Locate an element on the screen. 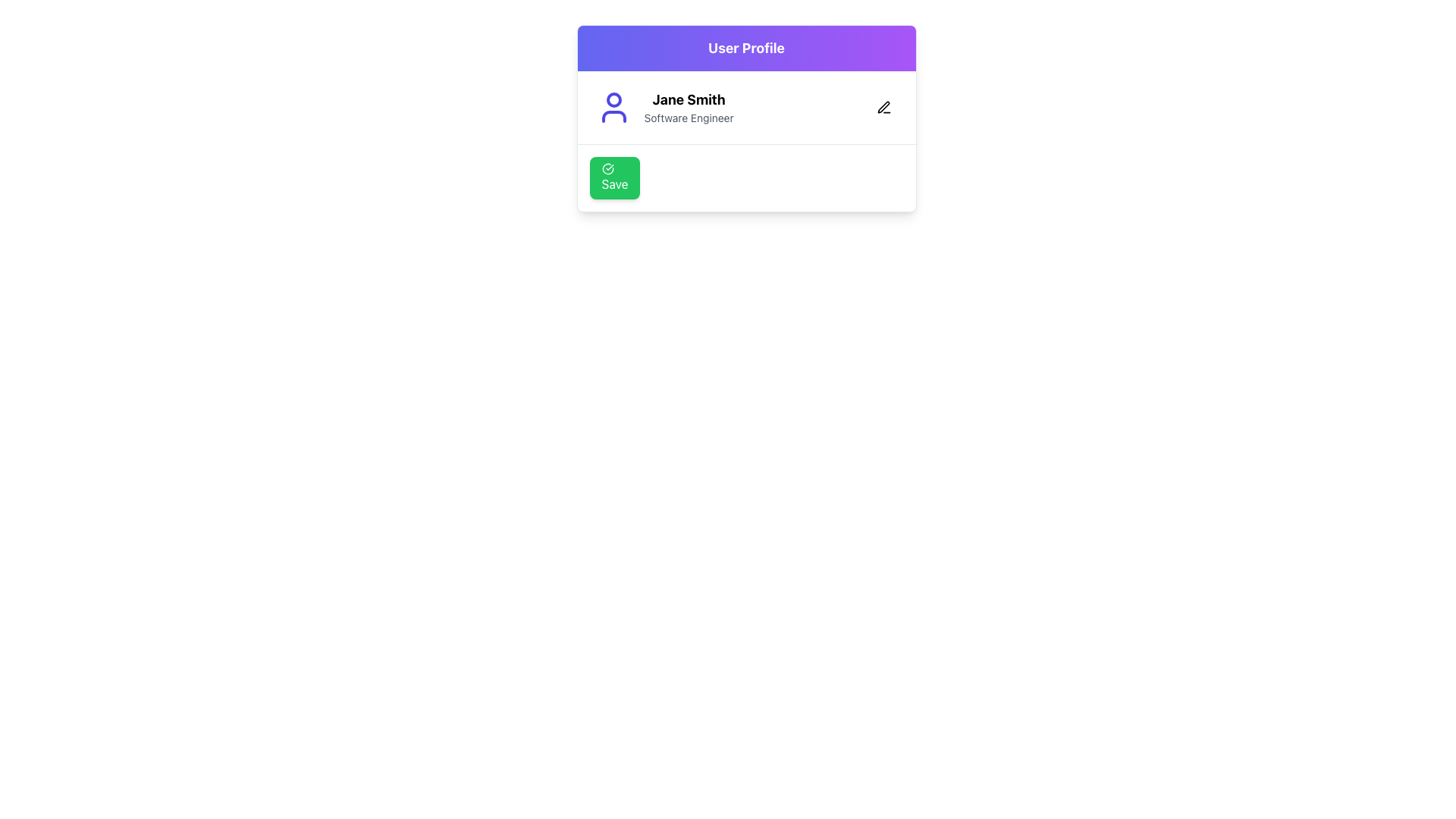 The height and width of the screenshot is (819, 1456). the user information text display that shows the name and title, positioned to the right of the user icon in the user profile card is located at coordinates (688, 107).